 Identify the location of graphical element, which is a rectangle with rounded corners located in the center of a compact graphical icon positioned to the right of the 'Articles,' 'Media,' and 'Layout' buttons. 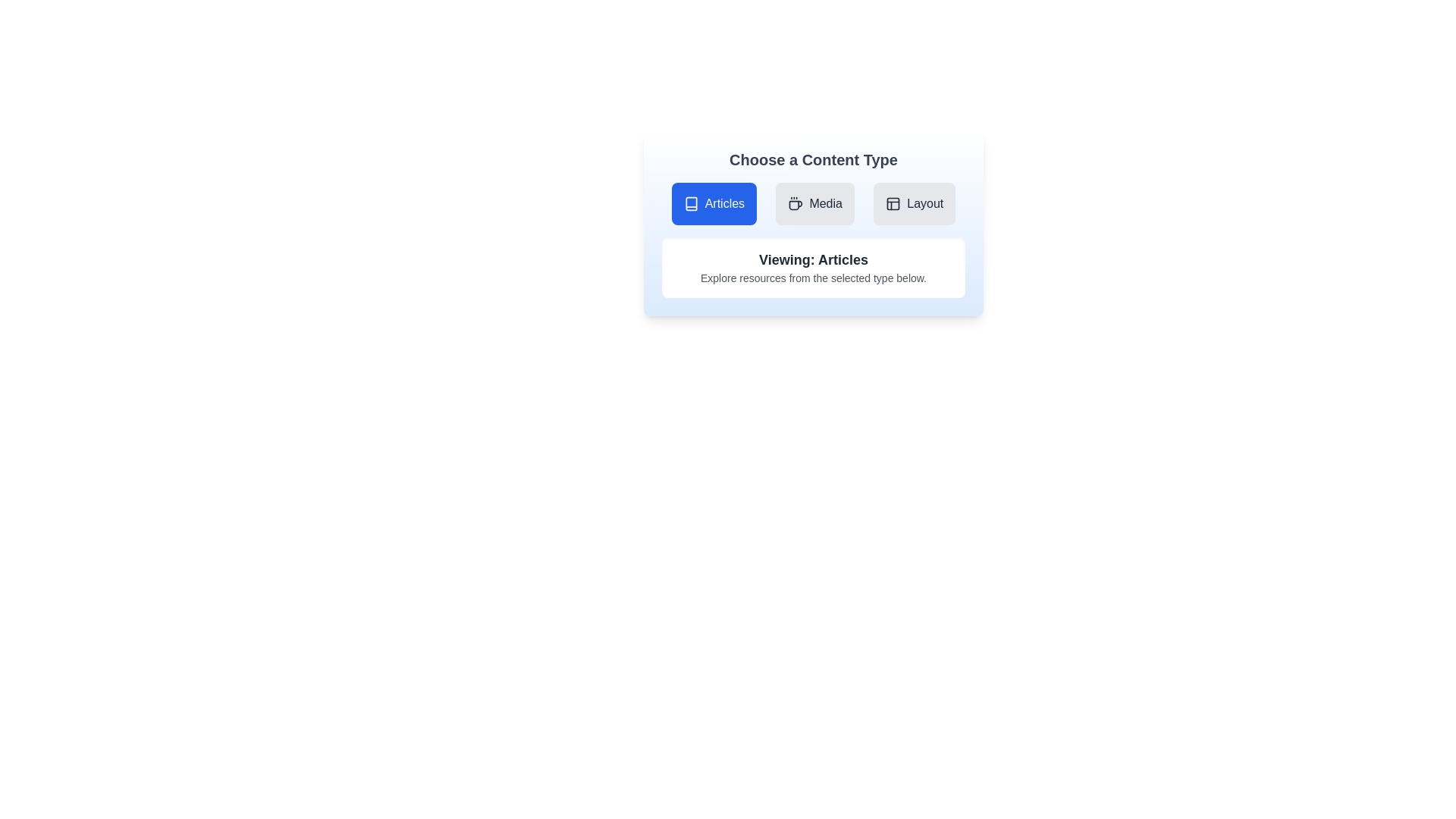
(893, 203).